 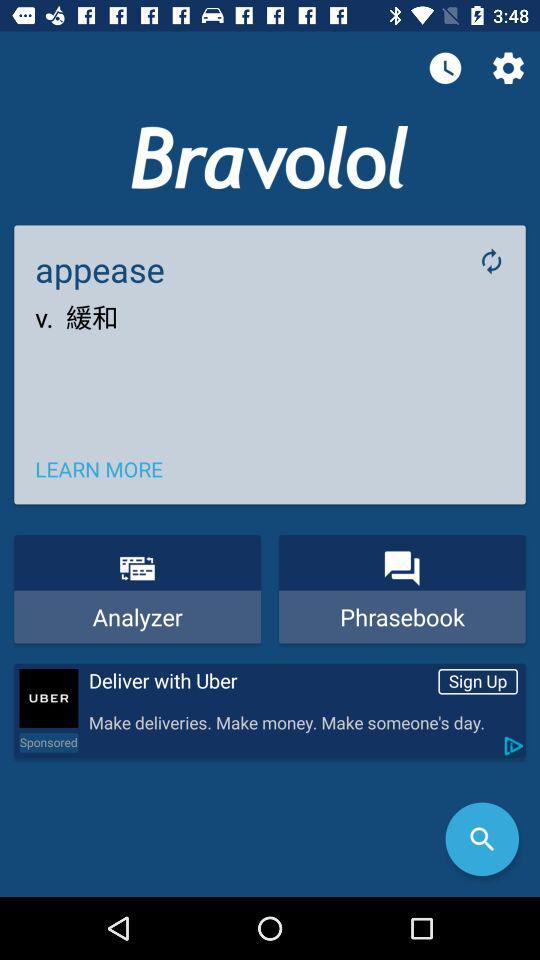 I want to click on uber signup button, so click(x=48, y=698).